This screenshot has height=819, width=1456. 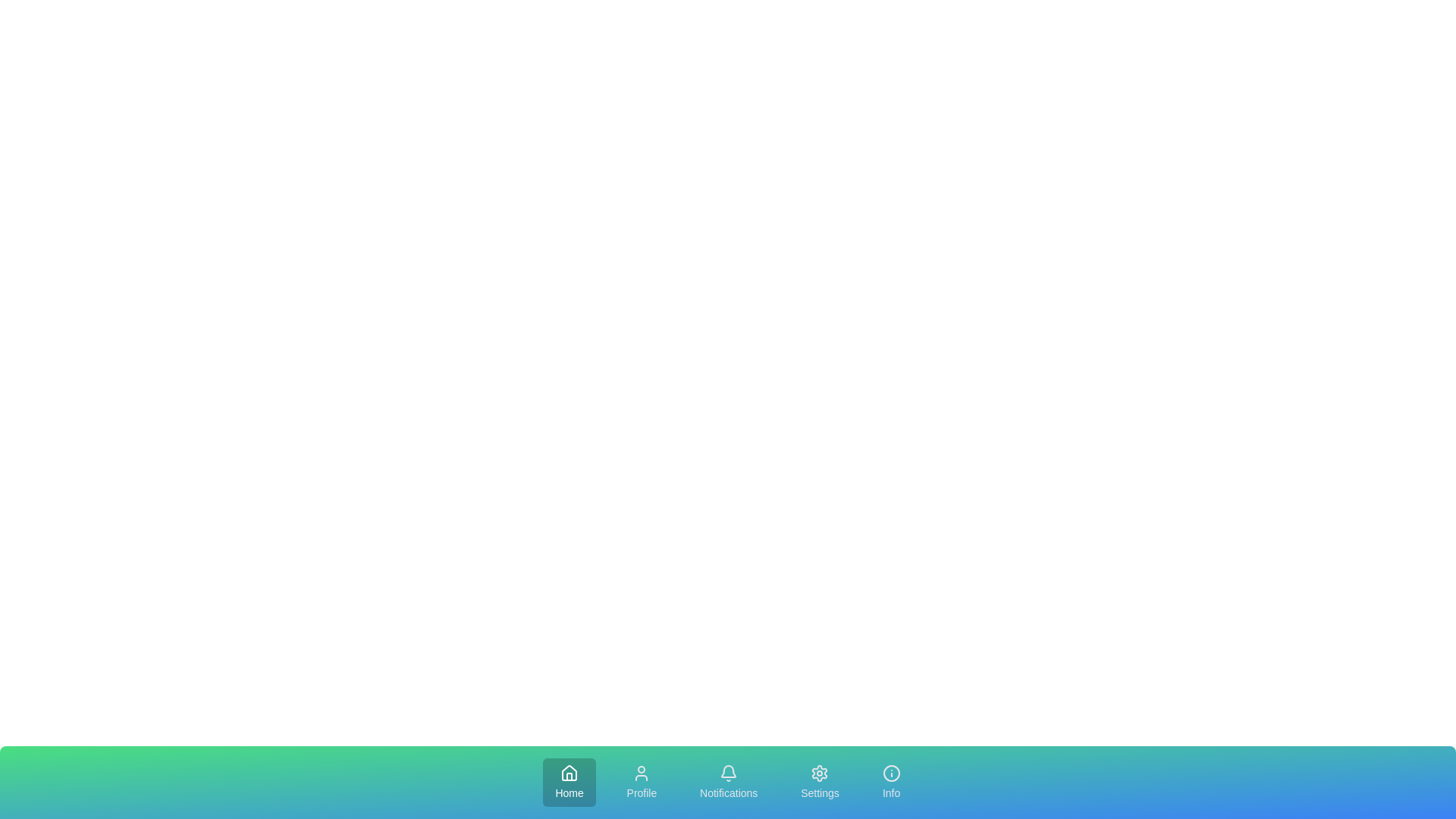 What do you see at coordinates (891, 783) in the screenshot?
I see `the Info tab in the navigation bar` at bounding box center [891, 783].